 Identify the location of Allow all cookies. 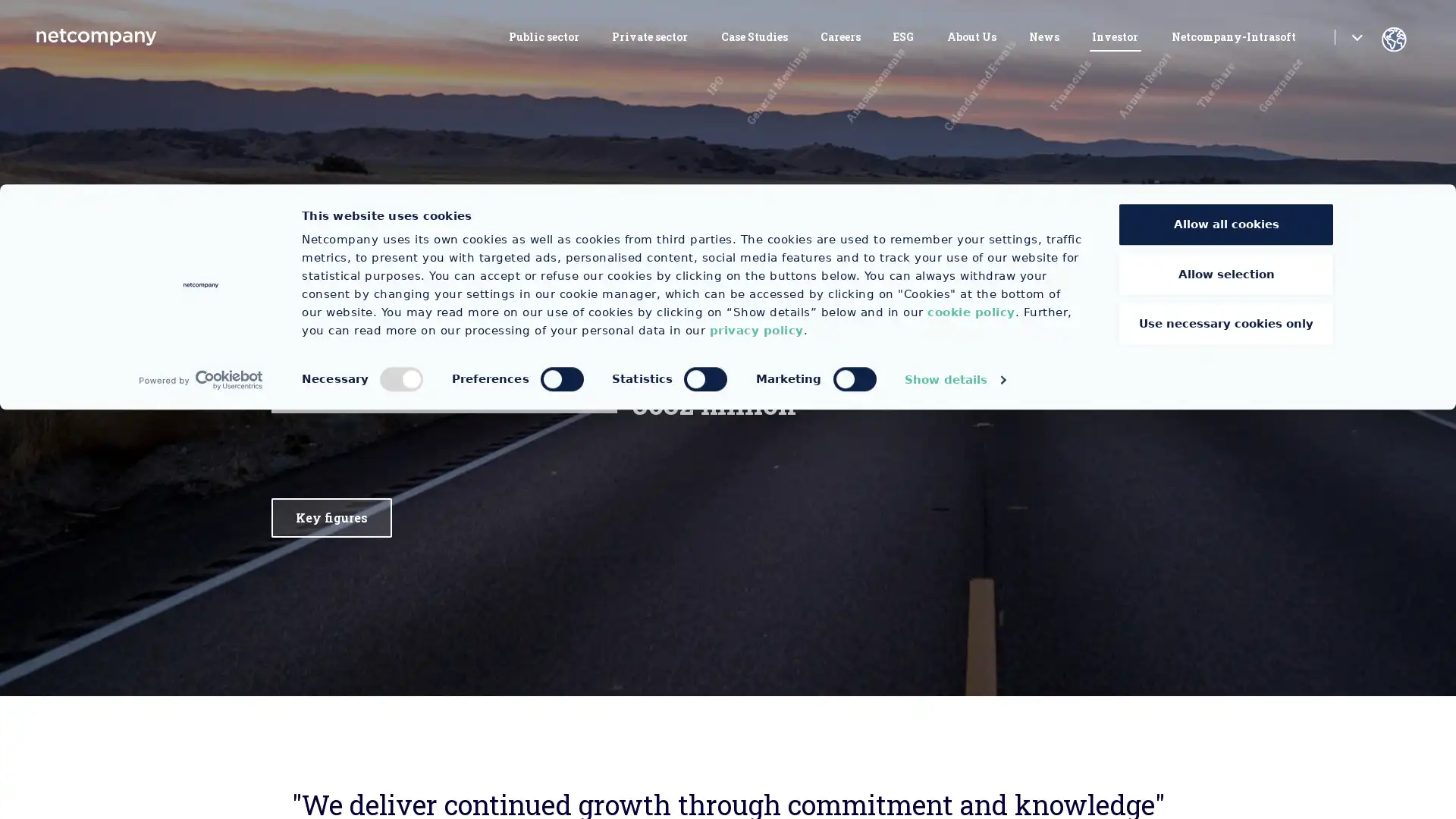
(1226, 634).